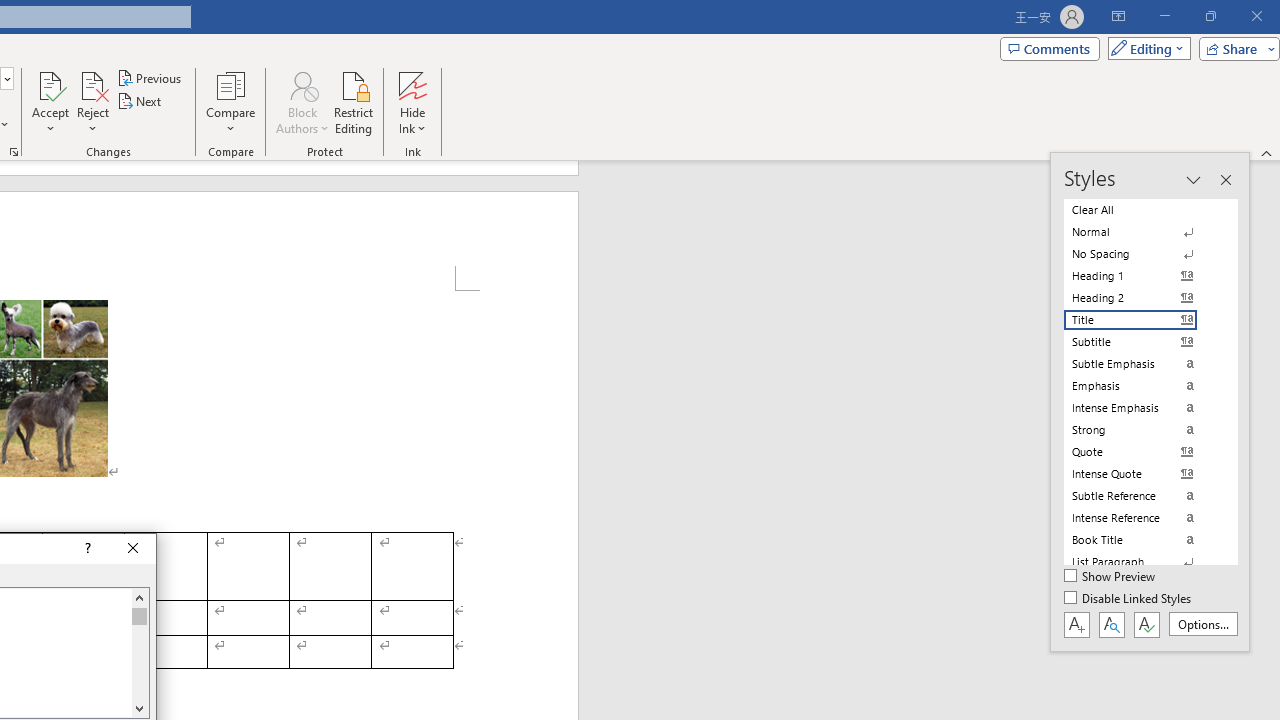  I want to click on 'Heading 2', so click(1142, 298).